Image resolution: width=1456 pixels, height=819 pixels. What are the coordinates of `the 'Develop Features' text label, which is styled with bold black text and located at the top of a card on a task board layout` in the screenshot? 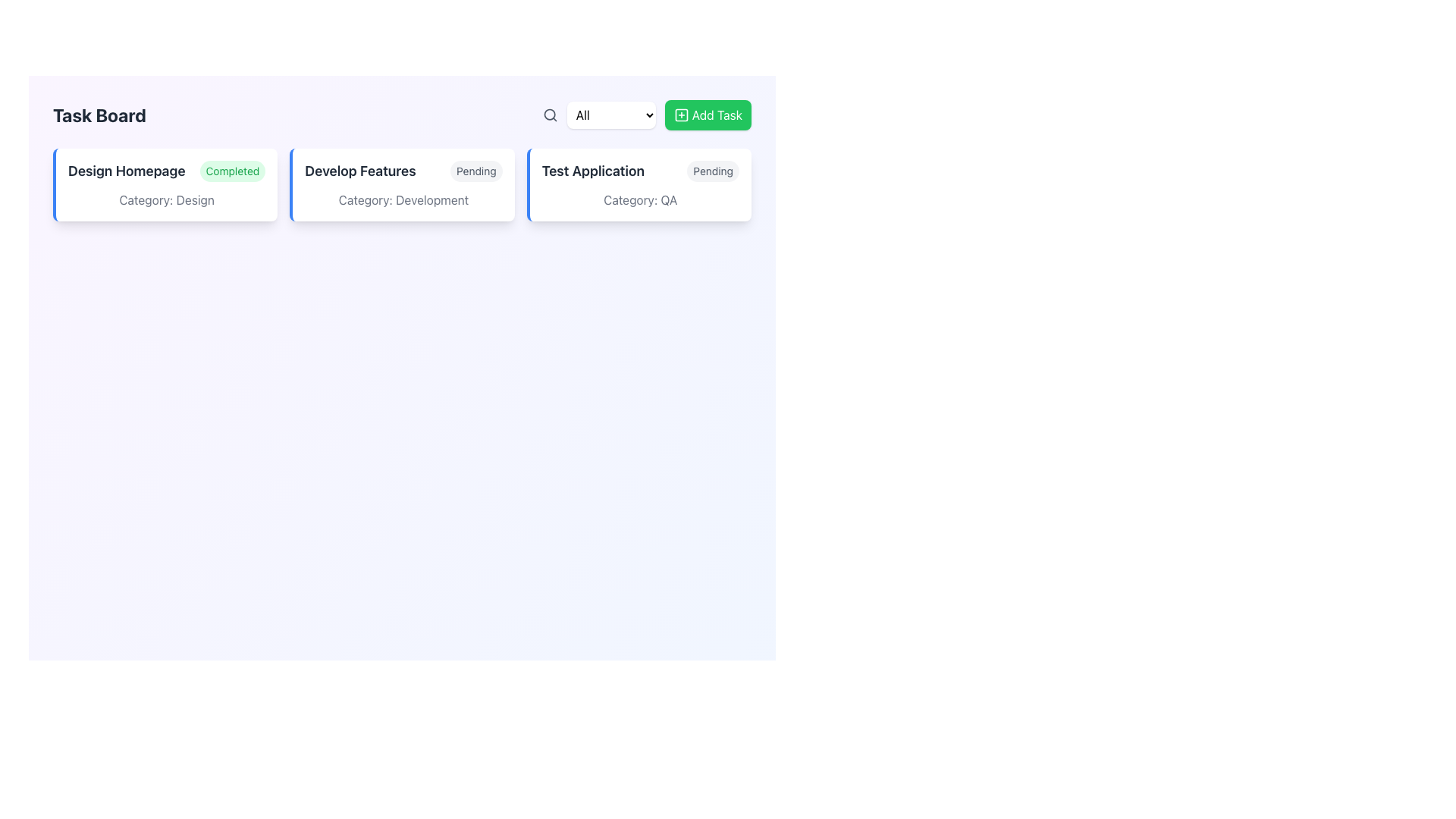 It's located at (359, 171).